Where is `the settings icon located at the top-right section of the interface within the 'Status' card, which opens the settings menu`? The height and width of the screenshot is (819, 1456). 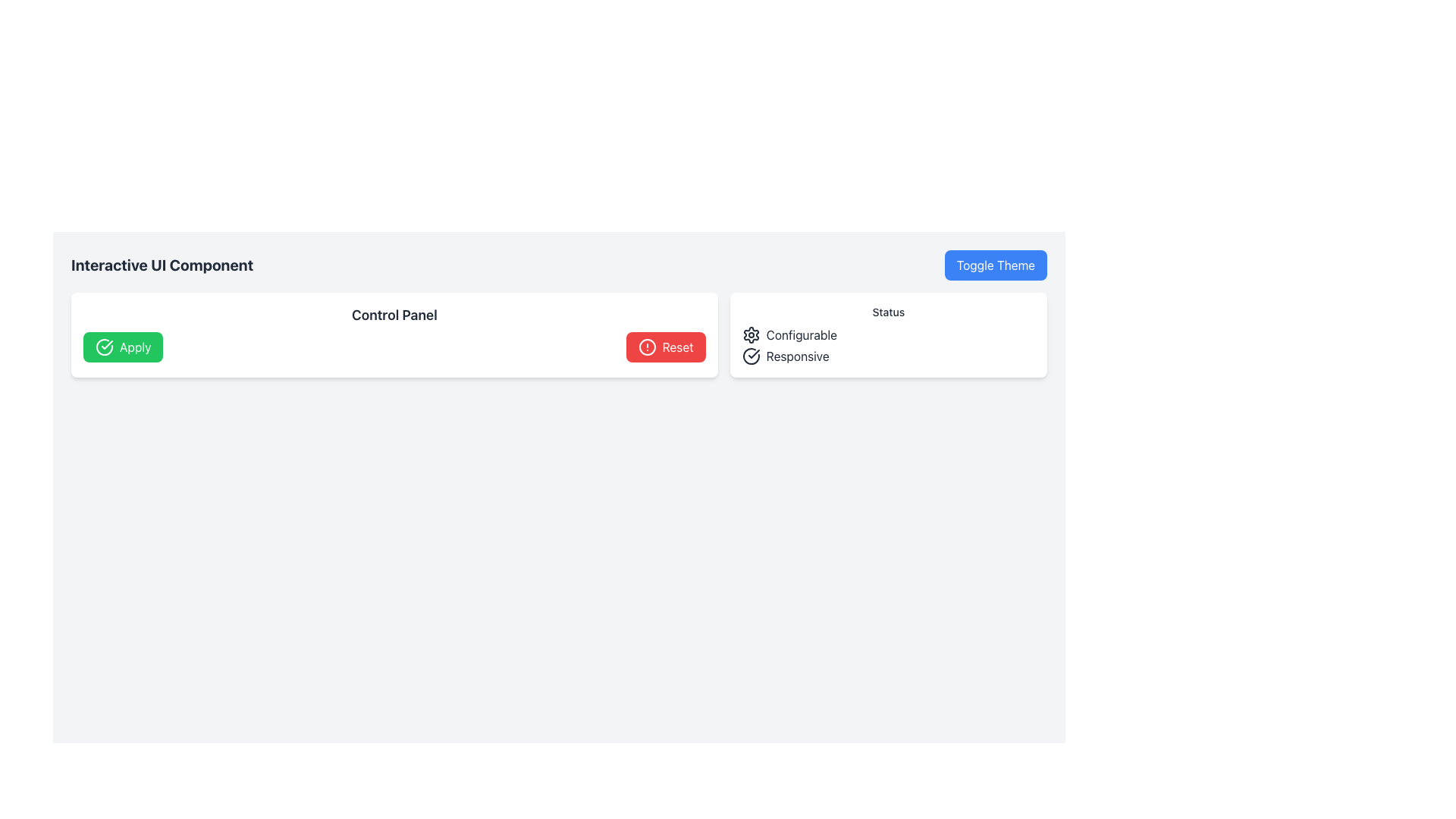
the settings icon located at the top-right section of the interface within the 'Status' card, which opens the settings menu is located at coordinates (751, 334).